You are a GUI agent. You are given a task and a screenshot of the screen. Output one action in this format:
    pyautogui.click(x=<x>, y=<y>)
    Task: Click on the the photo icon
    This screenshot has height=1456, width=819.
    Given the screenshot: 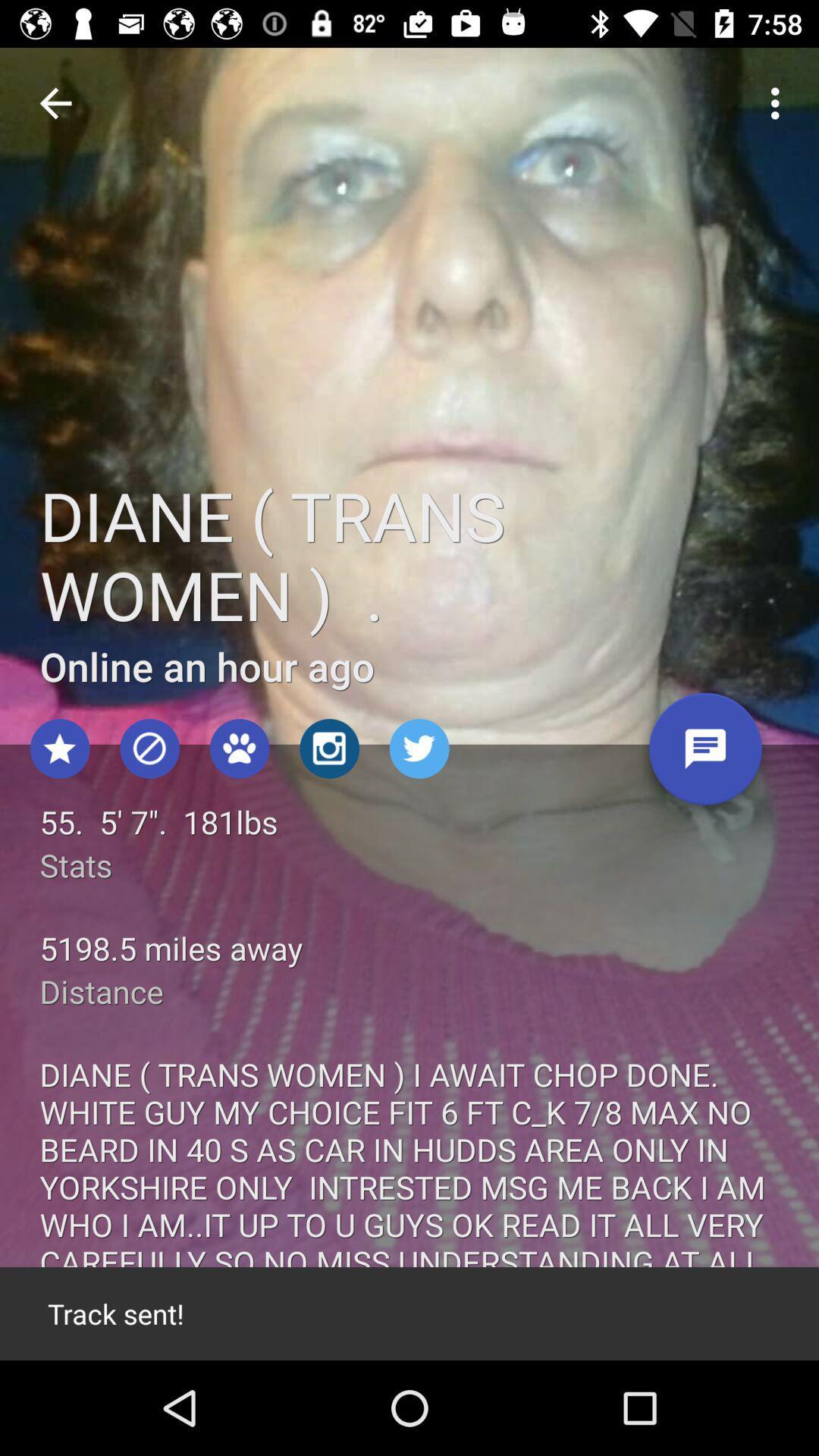 What is the action you would take?
    pyautogui.click(x=328, y=748)
    